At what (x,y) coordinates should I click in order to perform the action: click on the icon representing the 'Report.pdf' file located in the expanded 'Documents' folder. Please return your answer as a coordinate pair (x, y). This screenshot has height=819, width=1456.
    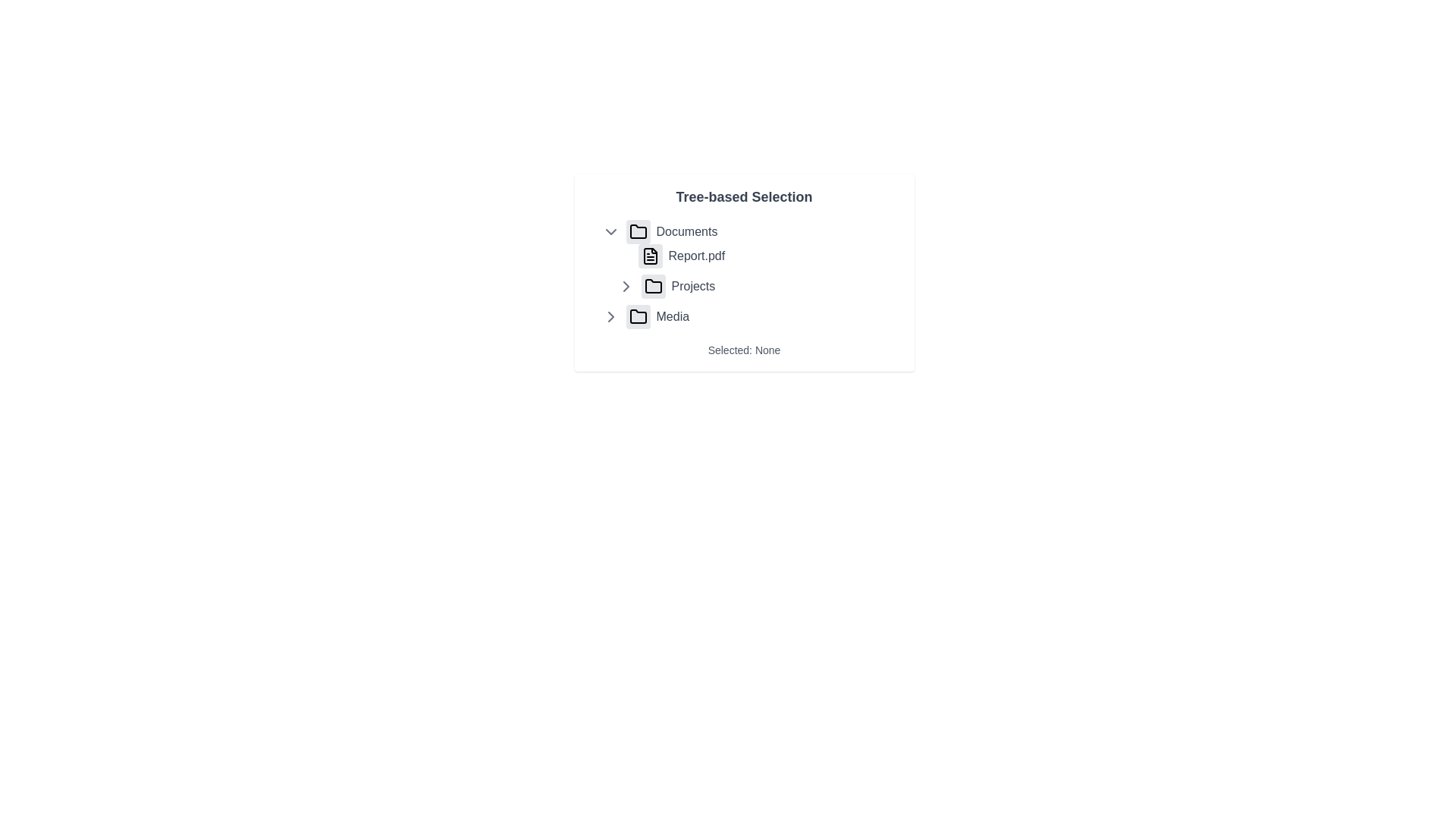
    Looking at the image, I should click on (650, 256).